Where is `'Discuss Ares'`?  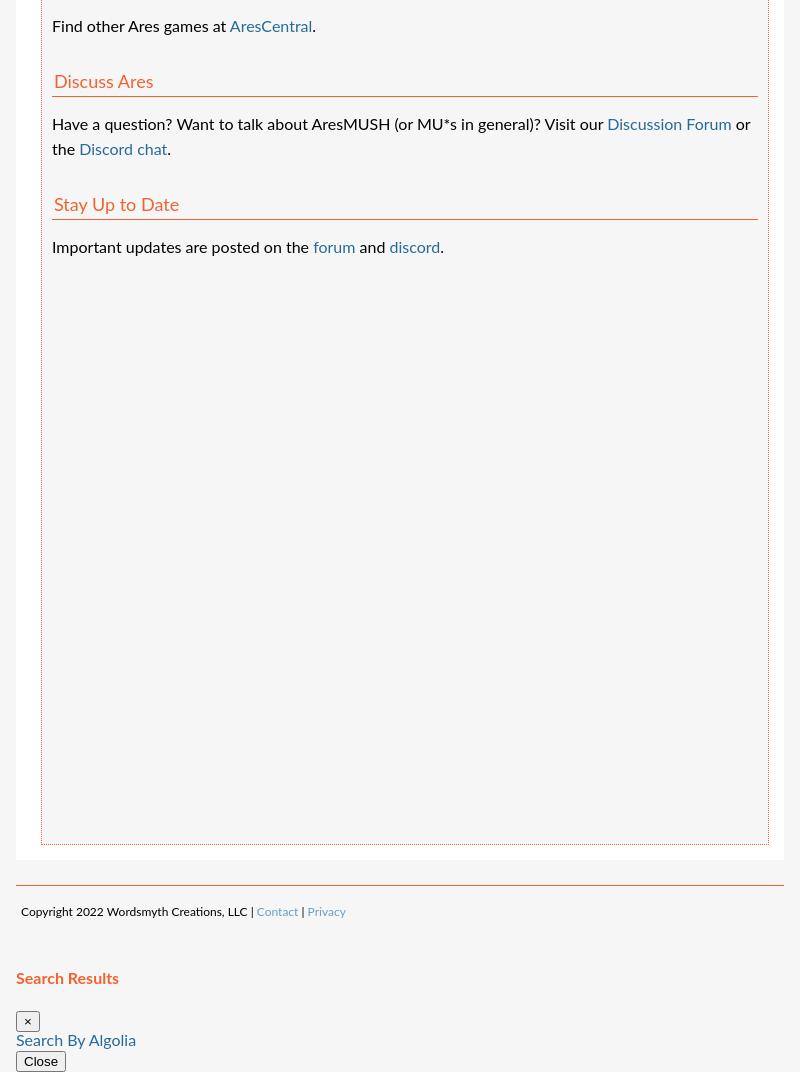 'Discuss Ares' is located at coordinates (102, 82).